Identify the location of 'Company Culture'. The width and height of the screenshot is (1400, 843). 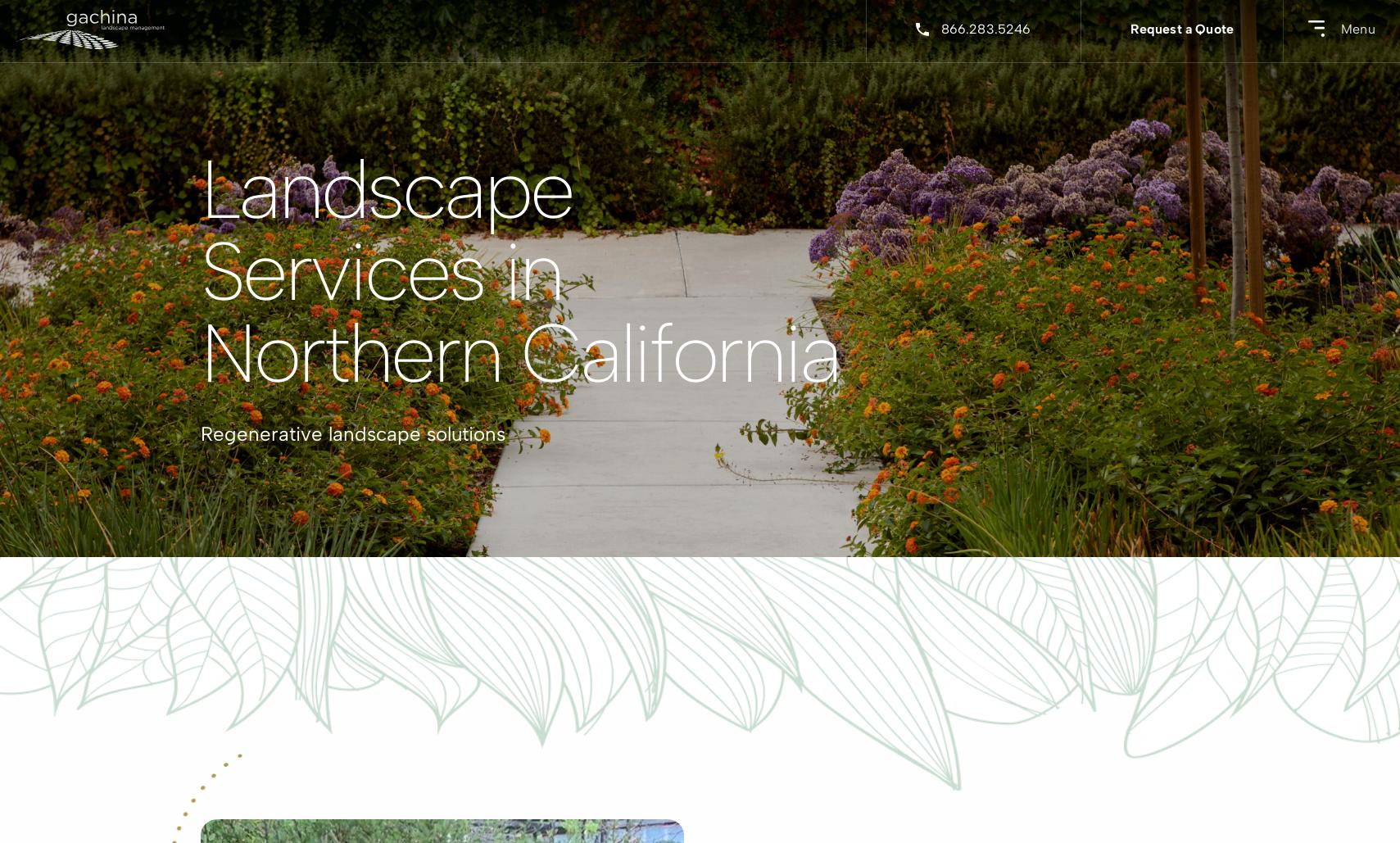
(694, 314).